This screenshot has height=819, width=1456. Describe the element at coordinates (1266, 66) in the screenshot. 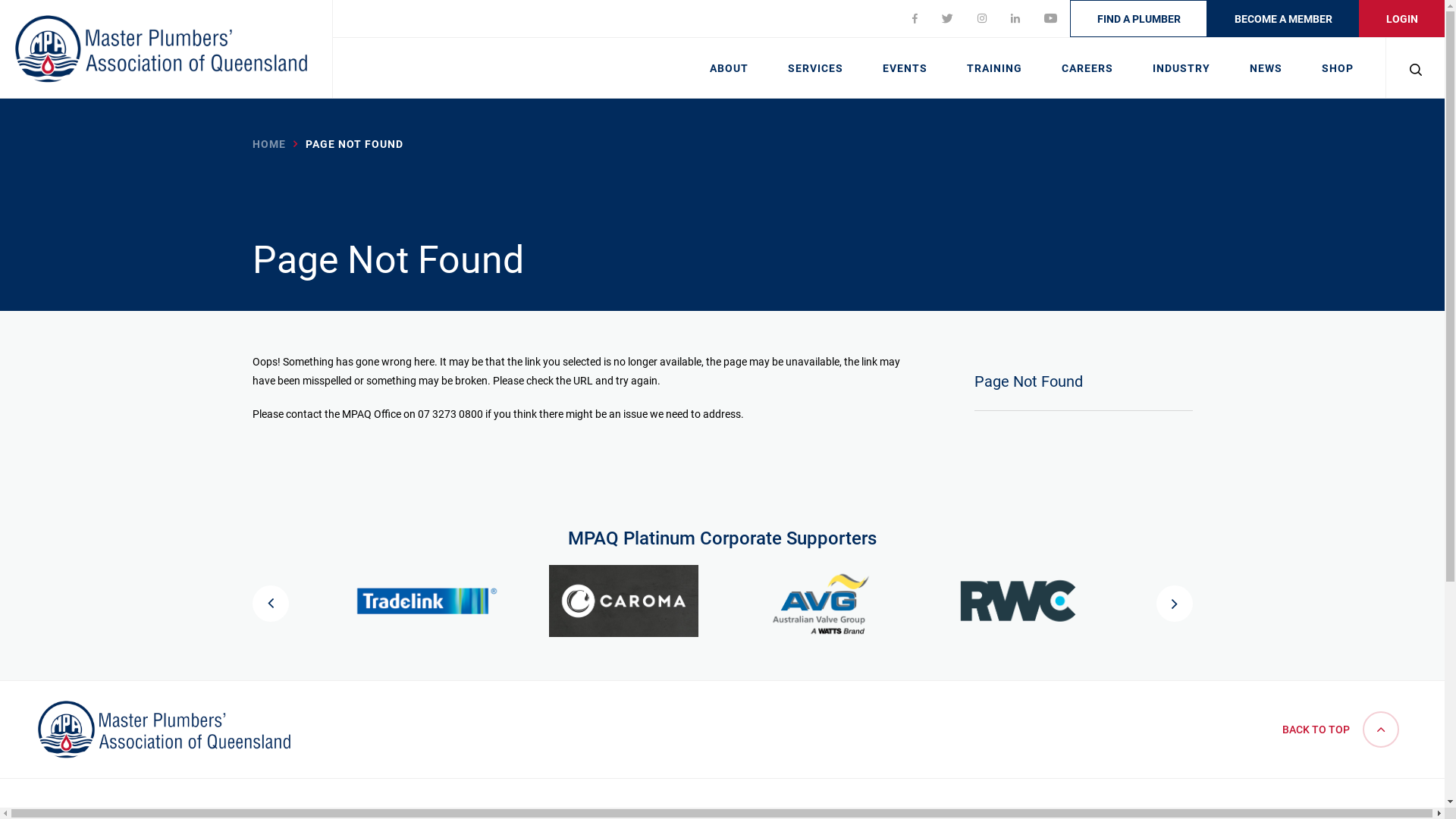

I see `'NEWS'` at that location.